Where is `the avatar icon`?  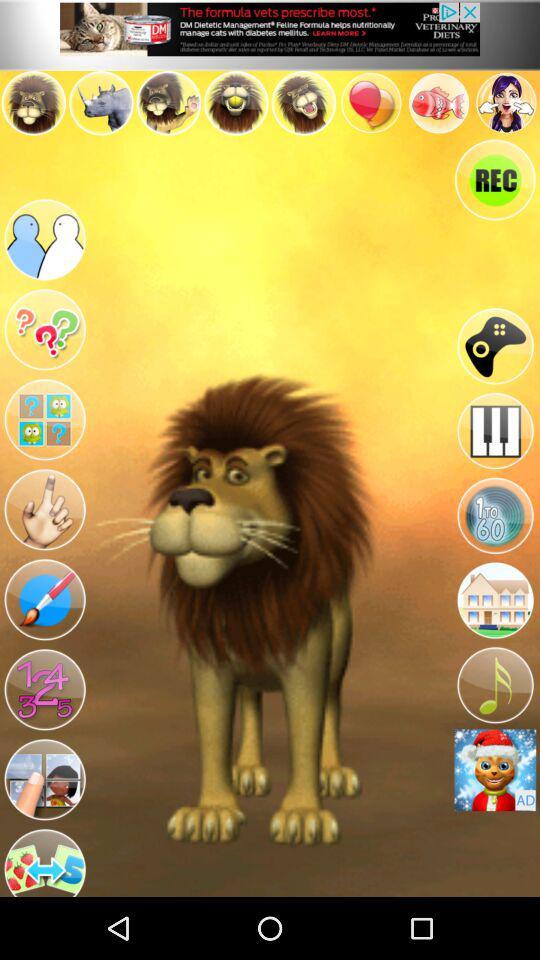 the avatar icon is located at coordinates (44, 834).